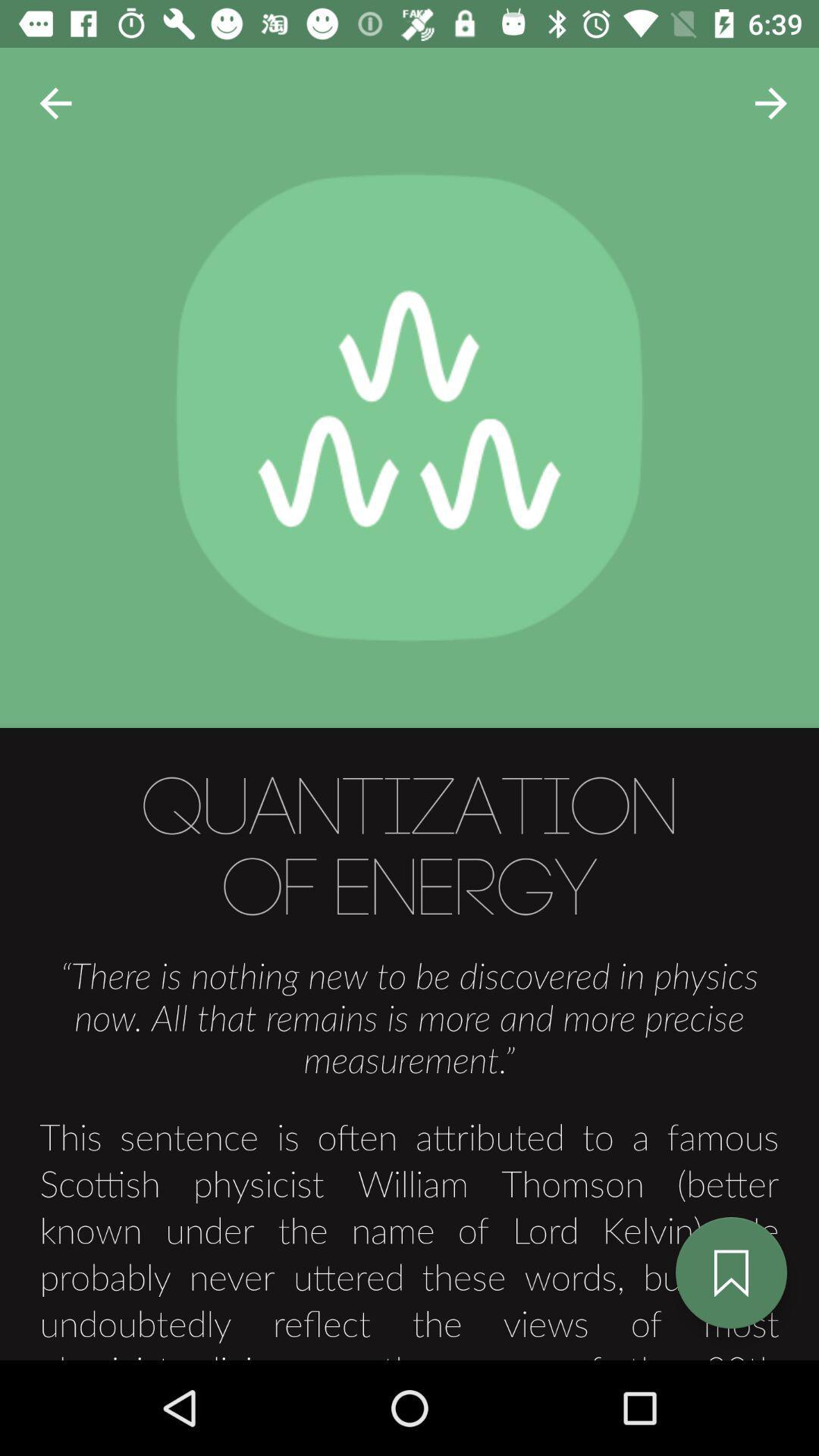 The width and height of the screenshot is (819, 1456). I want to click on go back, so click(55, 102).